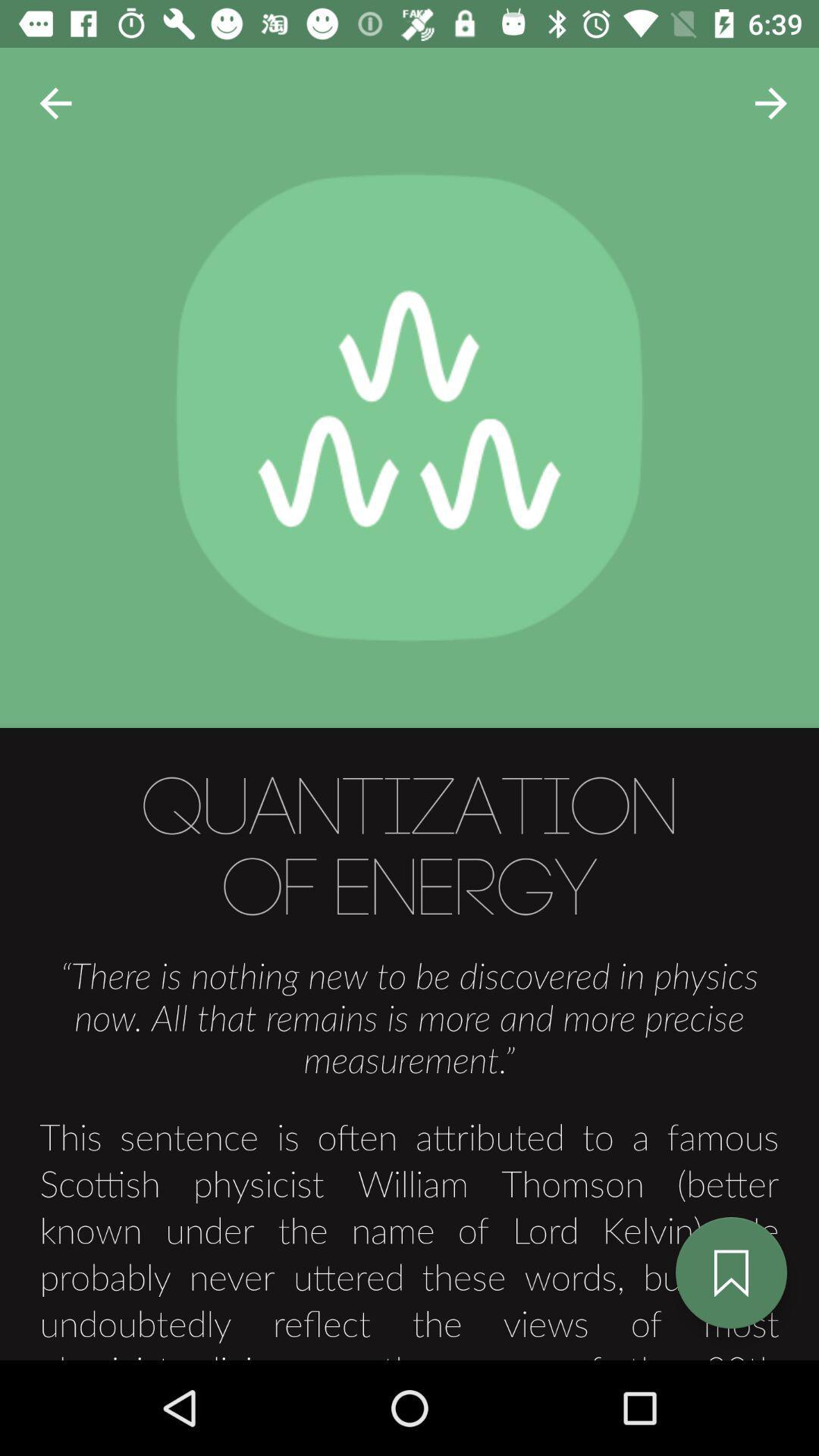 The width and height of the screenshot is (819, 1456). I want to click on go back, so click(55, 102).